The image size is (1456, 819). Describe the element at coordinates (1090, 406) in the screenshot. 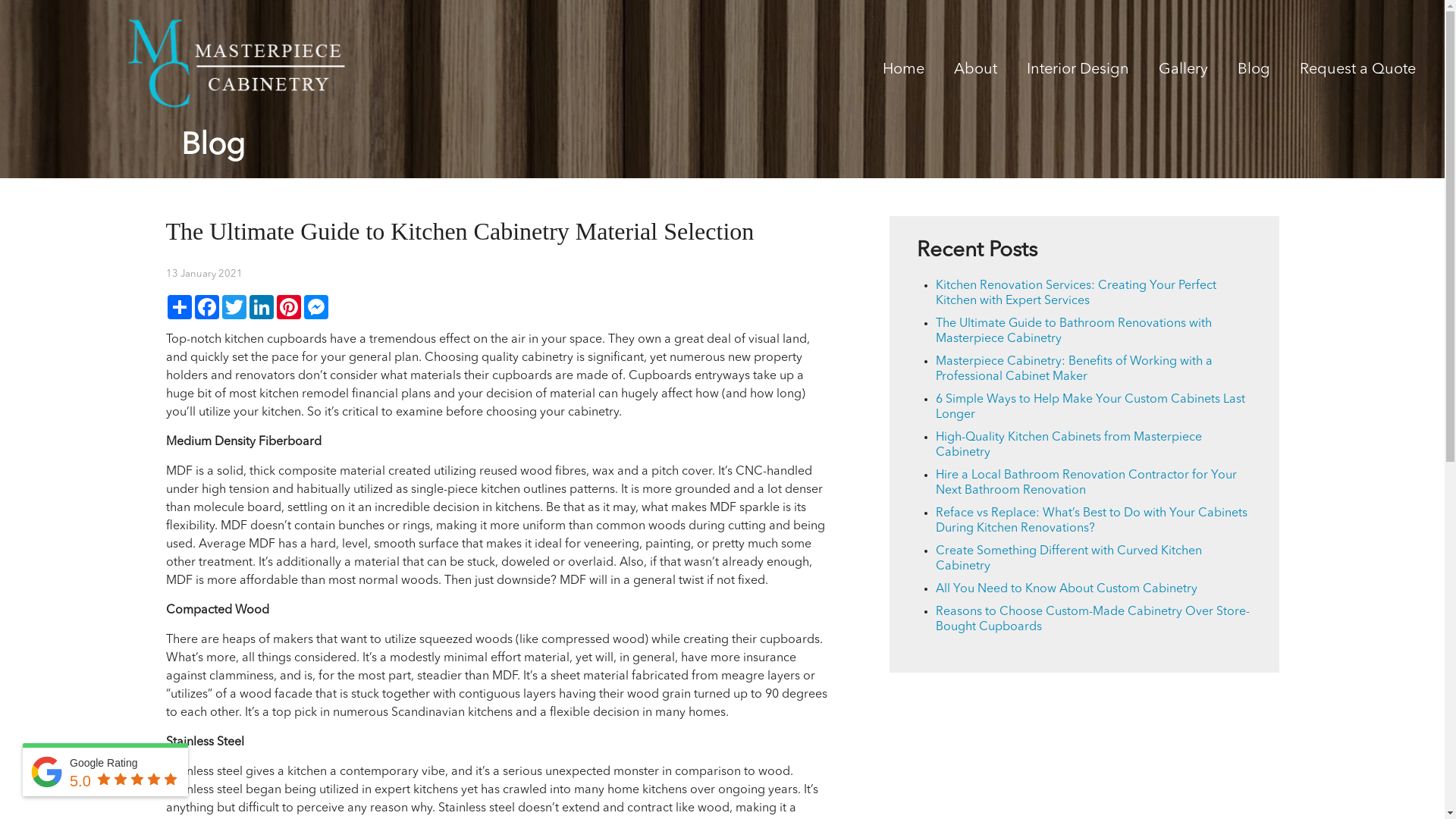

I see `'6 Simple Ways to Help Make Your Custom Cabinets Last Longer'` at that location.